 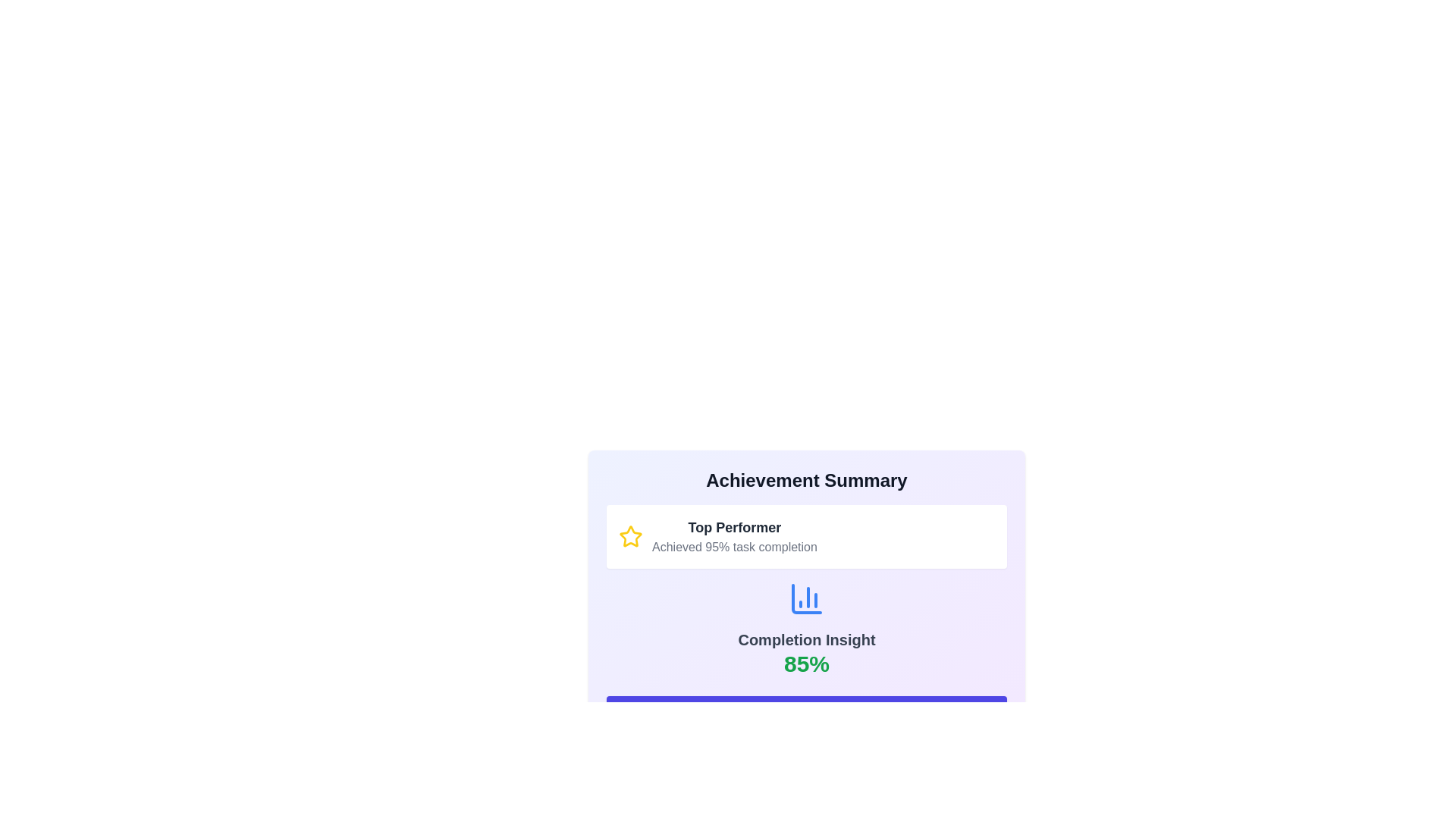 I want to click on the star icon with a yellow border and hollow center located next to the 'Top Performer' label, so click(x=630, y=535).